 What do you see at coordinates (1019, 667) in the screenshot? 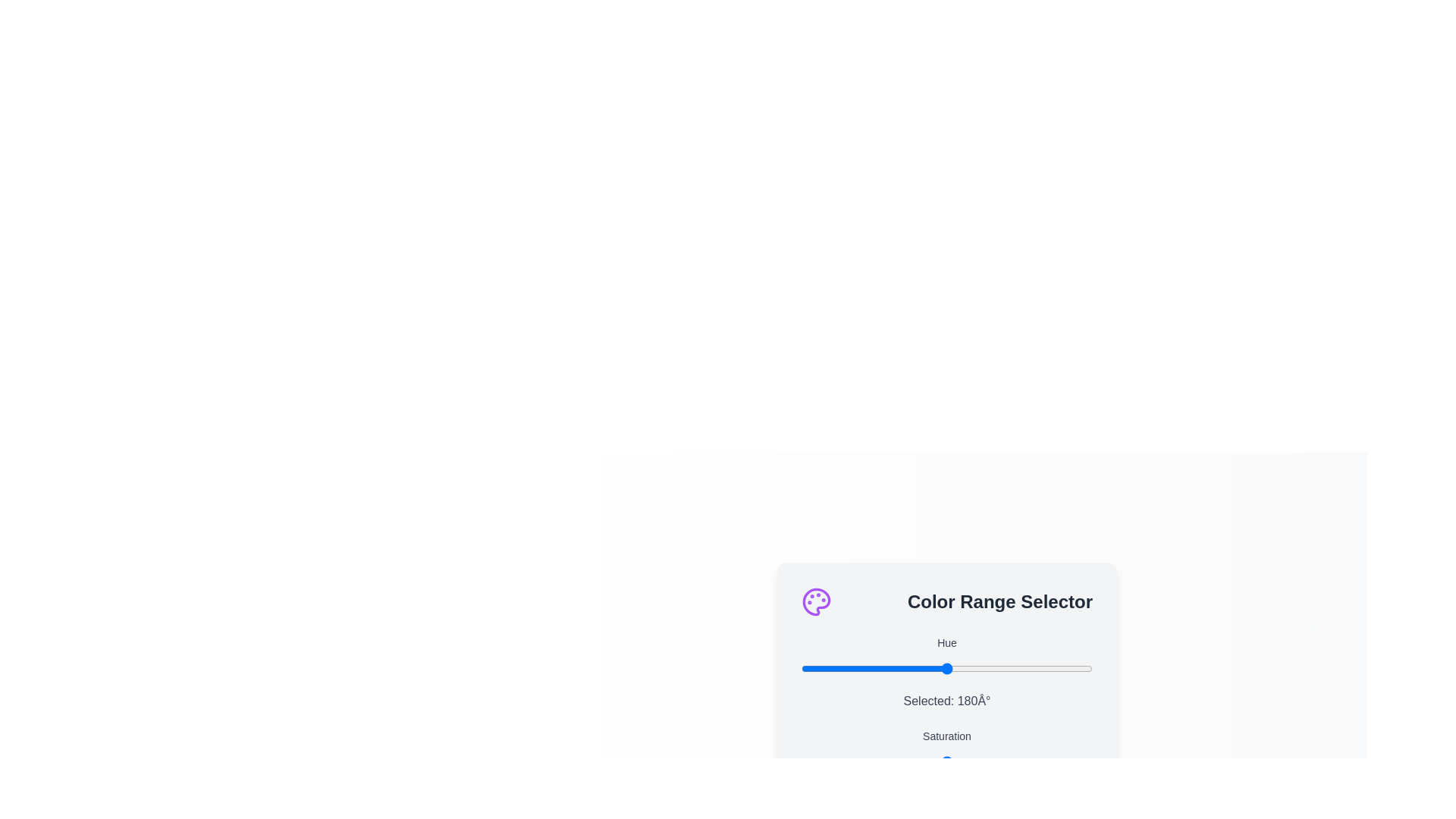
I see `the hue value on the slider` at bounding box center [1019, 667].